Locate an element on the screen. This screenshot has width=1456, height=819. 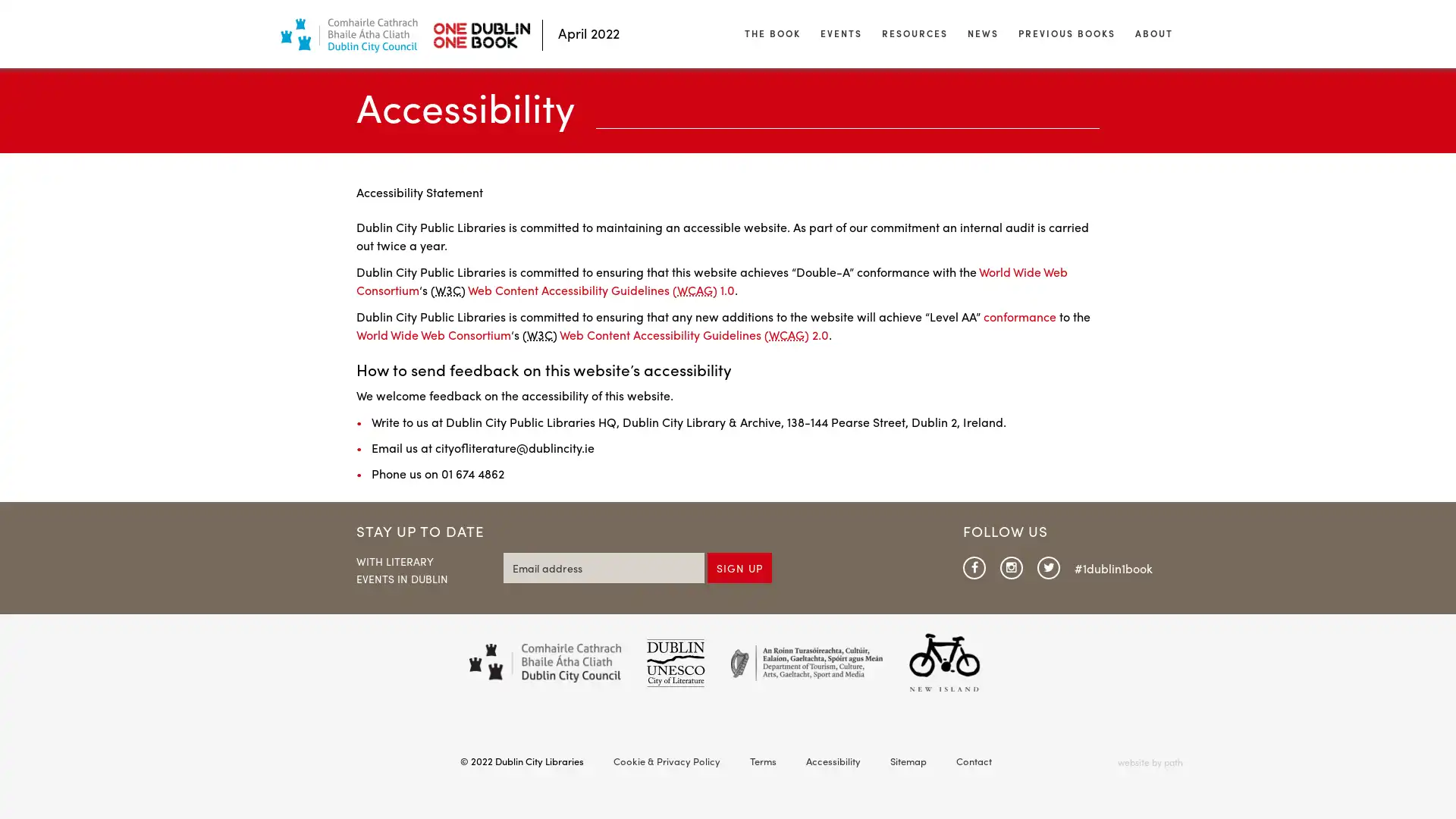
Sign Up is located at coordinates (739, 567).